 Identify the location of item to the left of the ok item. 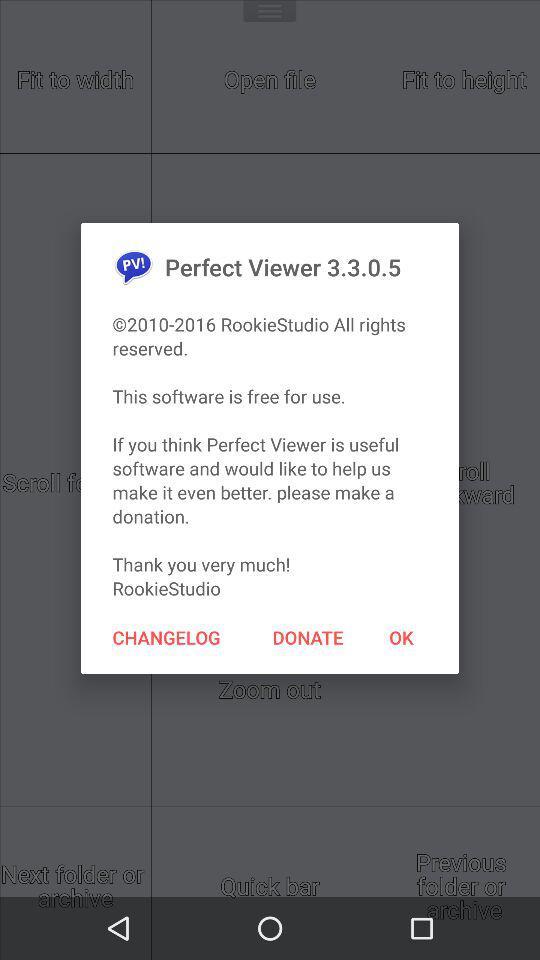
(308, 636).